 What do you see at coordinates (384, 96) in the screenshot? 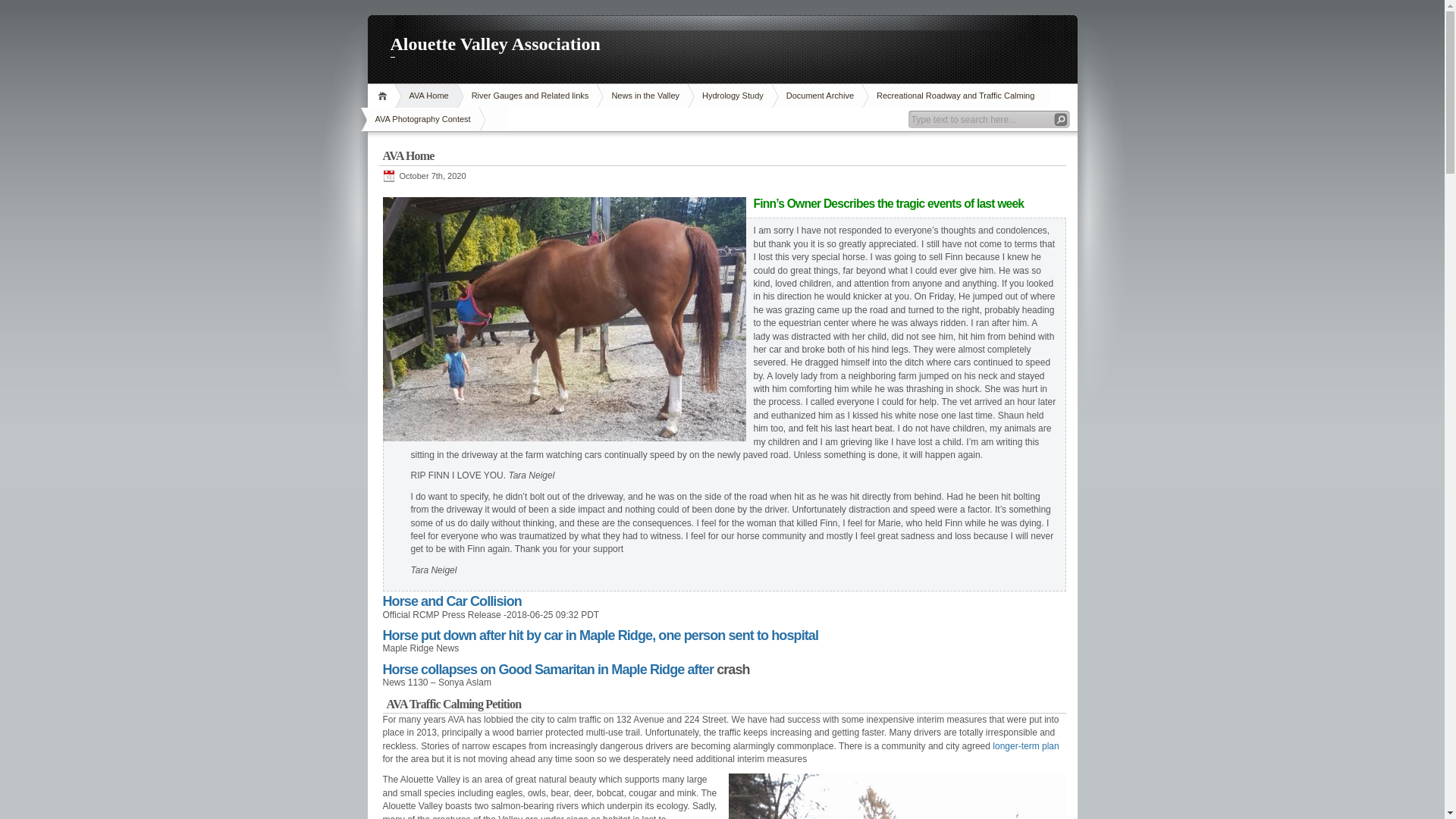
I see `'Home'` at bounding box center [384, 96].